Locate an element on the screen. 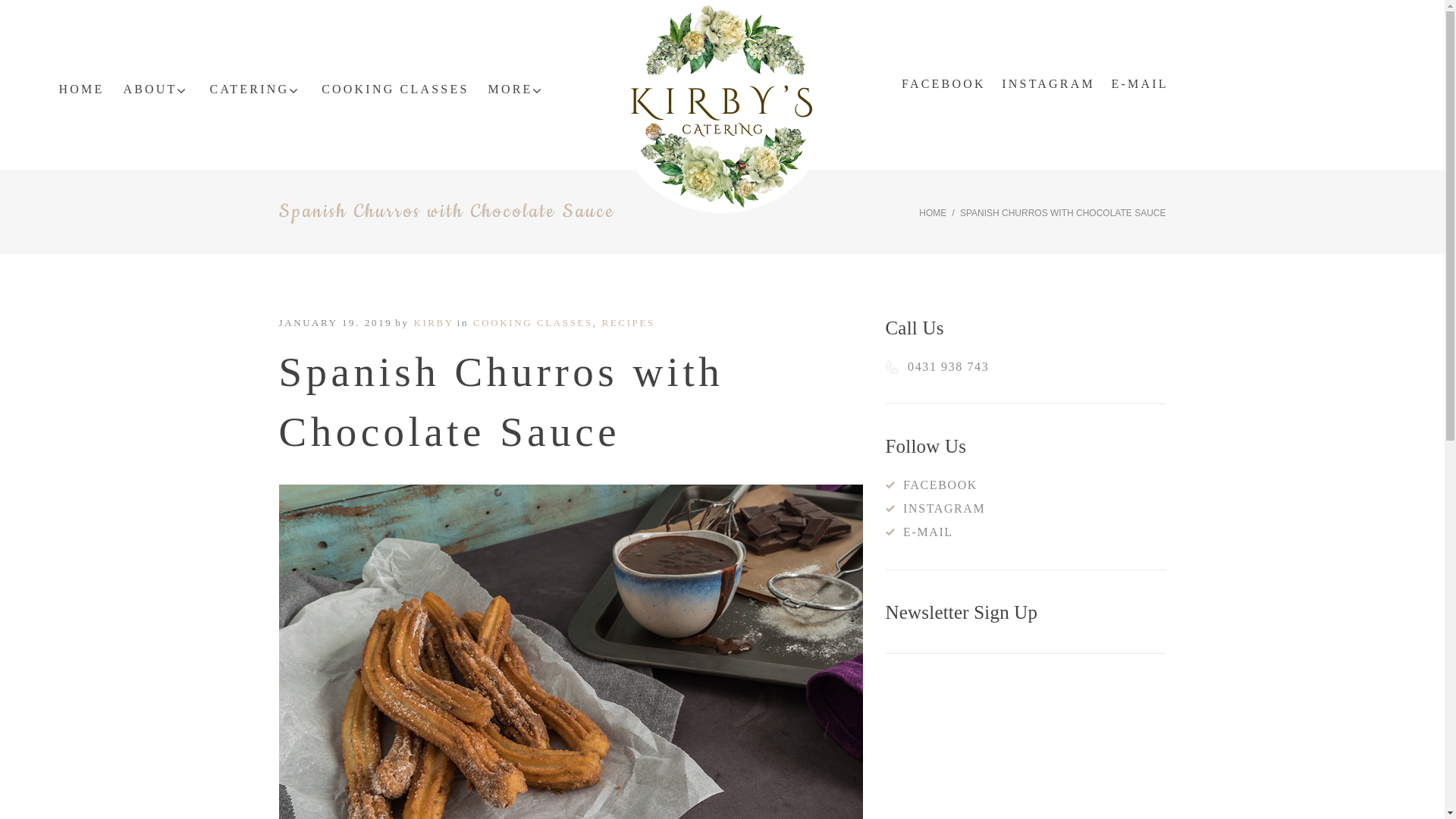 The height and width of the screenshot is (819, 1456). 'RECIPES' is located at coordinates (629, 322).